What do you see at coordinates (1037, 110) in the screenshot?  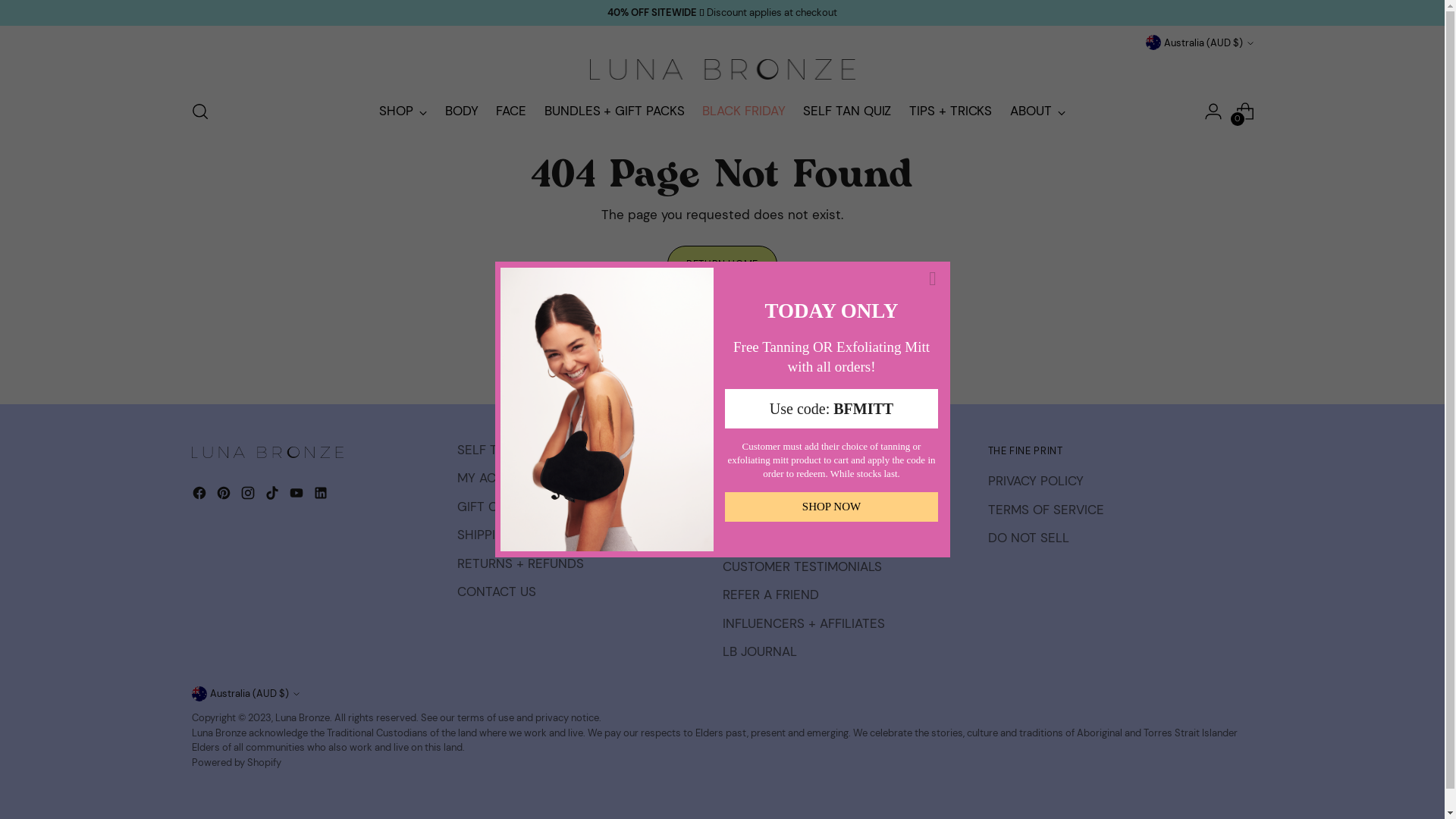 I see `'ABOUT'` at bounding box center [1037, 110].